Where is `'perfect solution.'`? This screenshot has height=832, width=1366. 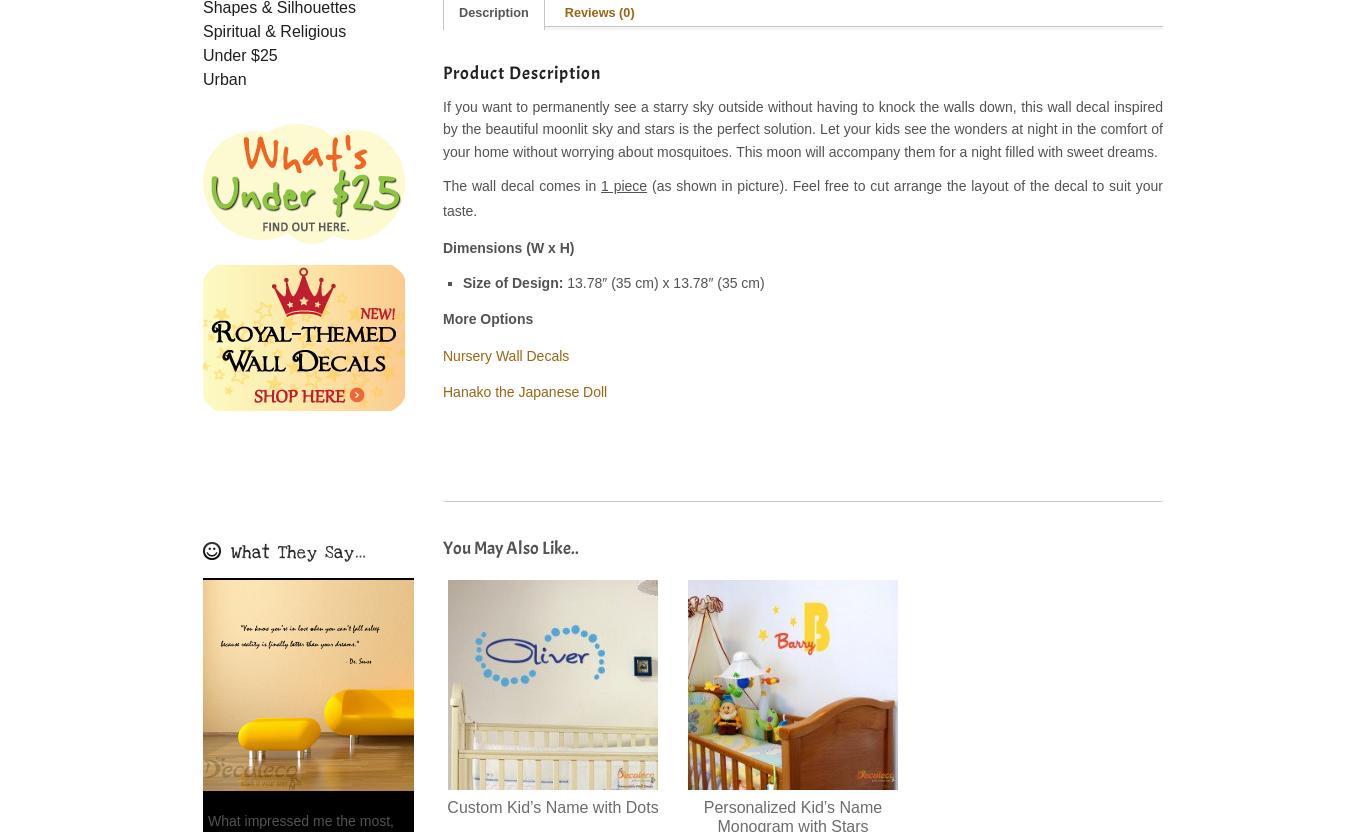
'perfect solution.' is located at coordinates (766, 128).